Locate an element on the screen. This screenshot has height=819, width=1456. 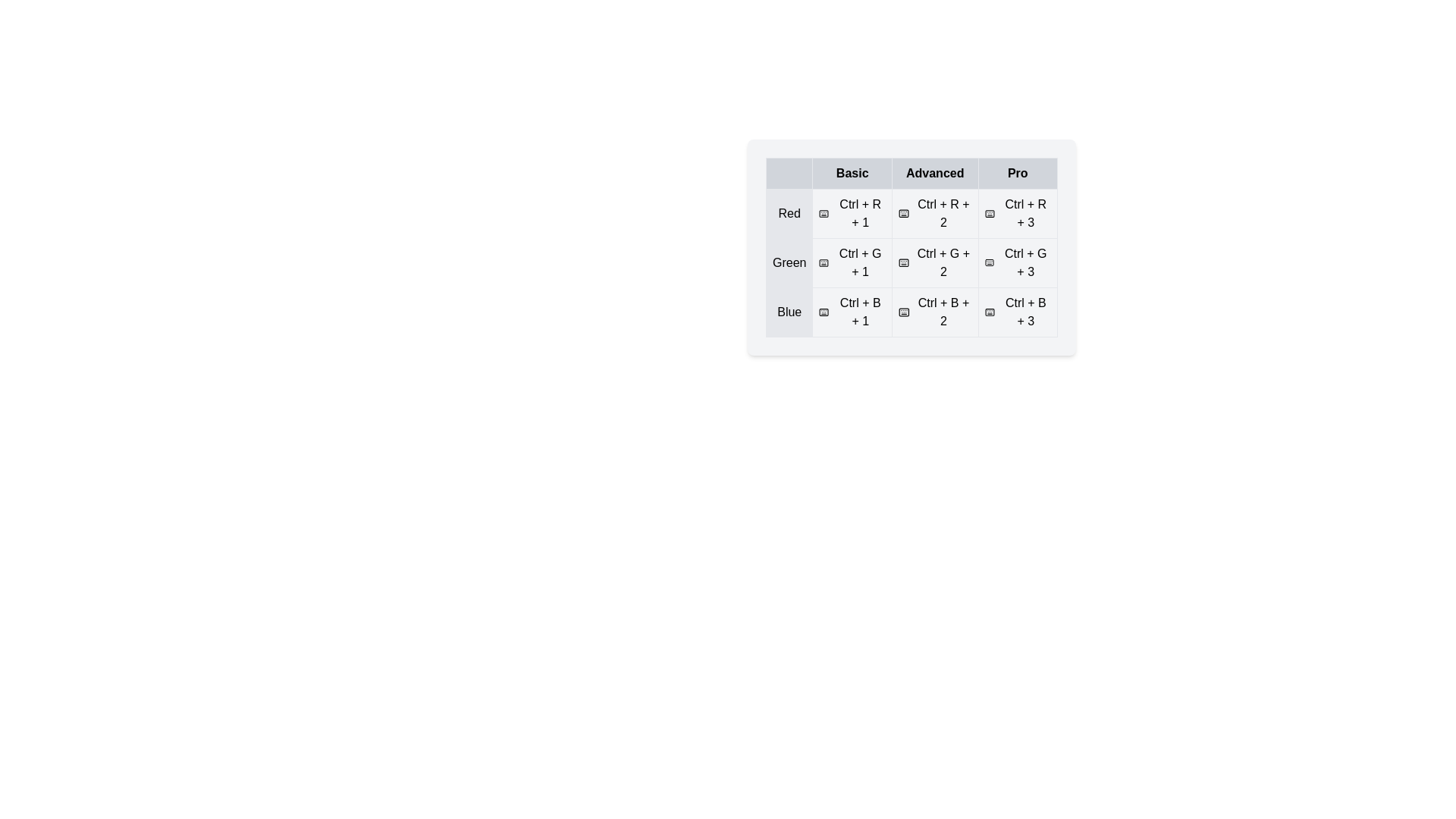
the graphical representation element in the 'Advanced' column, row for 'Green', which indicates the 'Ctrl+G+2' shortcut is located at coordinates (904, 262).